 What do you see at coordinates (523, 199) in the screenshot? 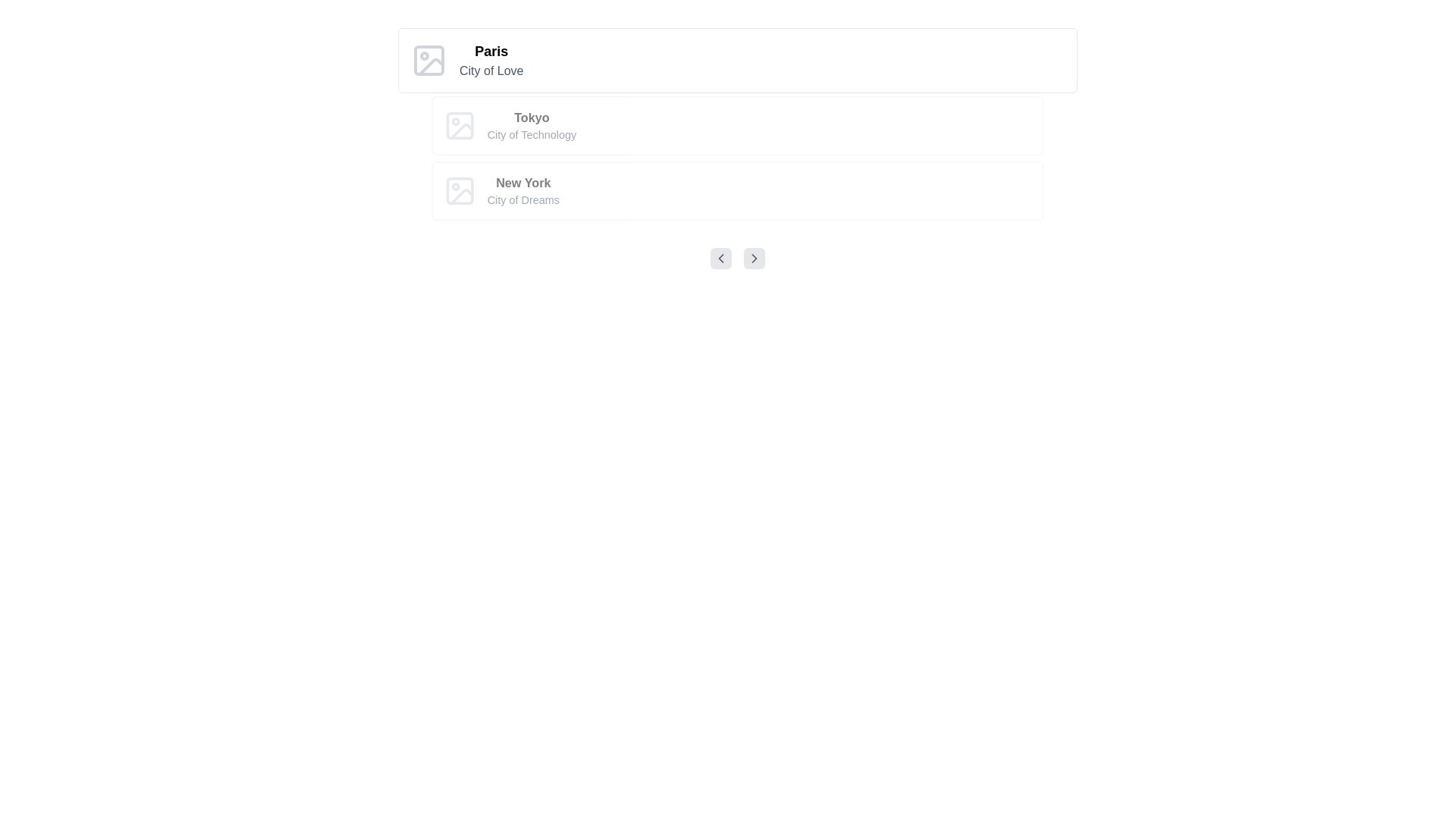
I see `accessibility properties of the text label 'City of Dreams' located below 'New York' in the city information list` at bounding box center [523, 199].